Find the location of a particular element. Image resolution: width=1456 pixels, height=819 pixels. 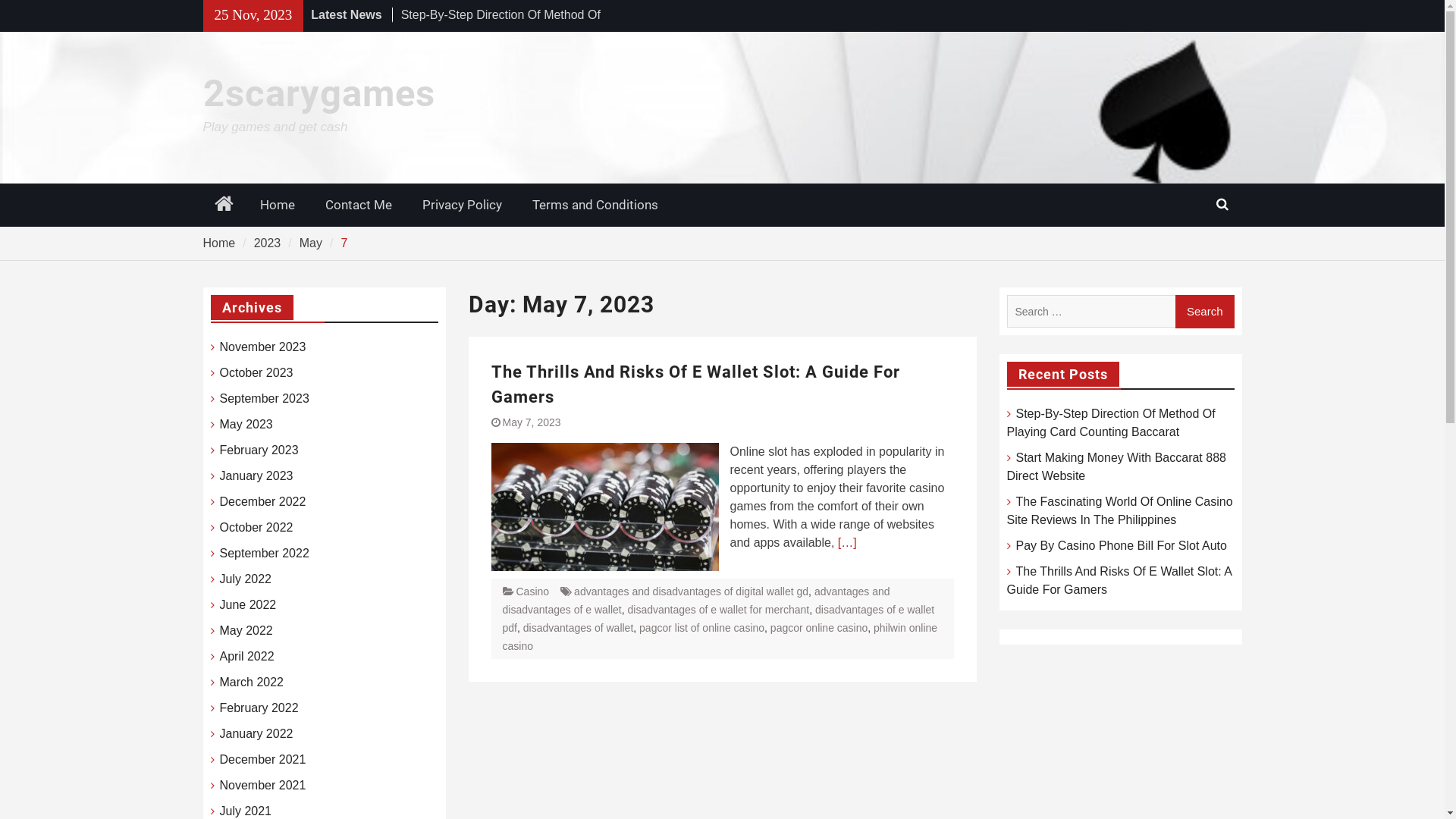

'December 2021' is located at coordinates (262, 760).